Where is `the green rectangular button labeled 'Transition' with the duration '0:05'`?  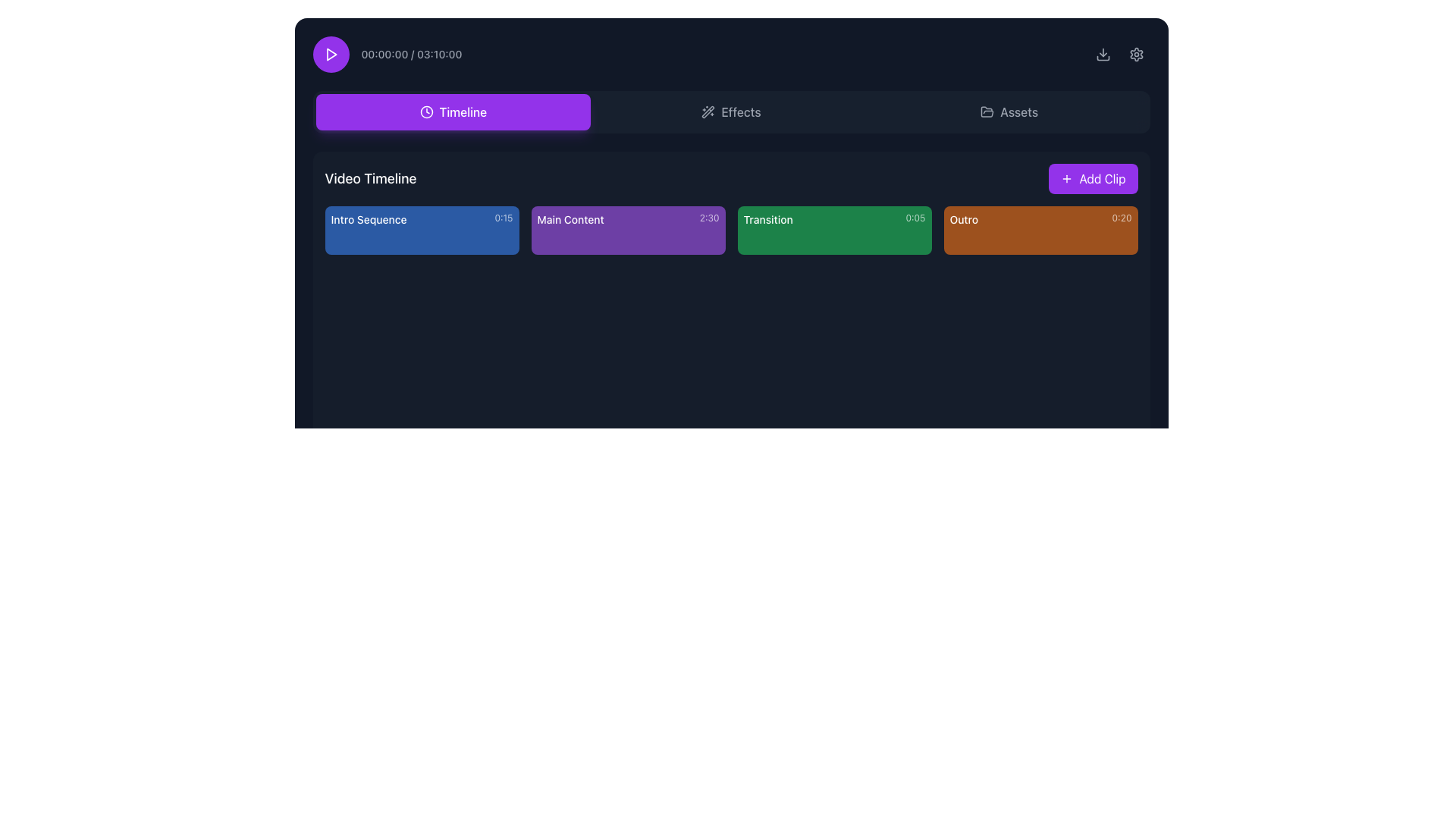
the green rectangular button labeled 'Transition' with the duration '0:05' is located at coordinates (833, 231).